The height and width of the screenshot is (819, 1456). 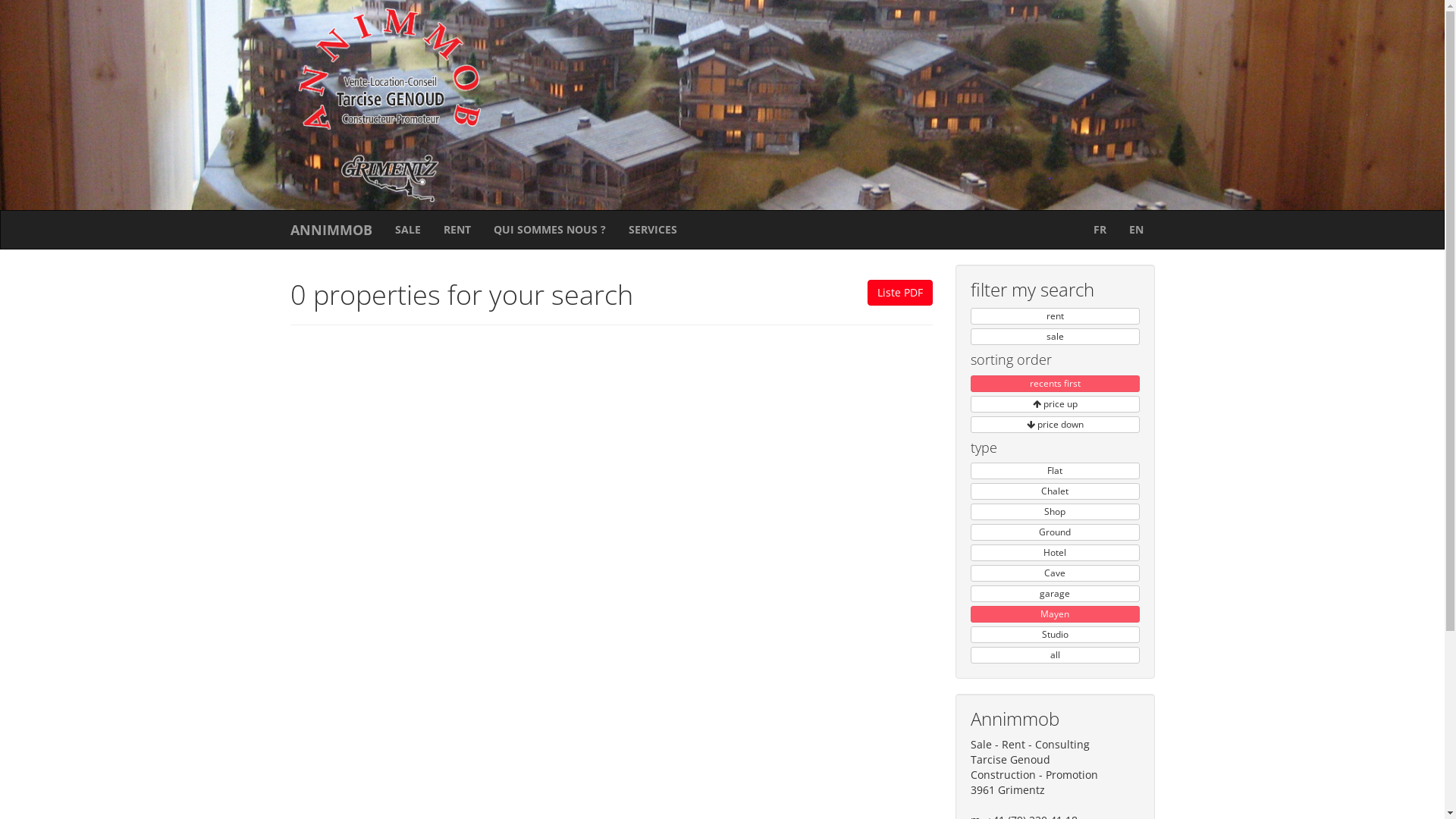 I want to click on 'rent', so click(x=971, y=315).